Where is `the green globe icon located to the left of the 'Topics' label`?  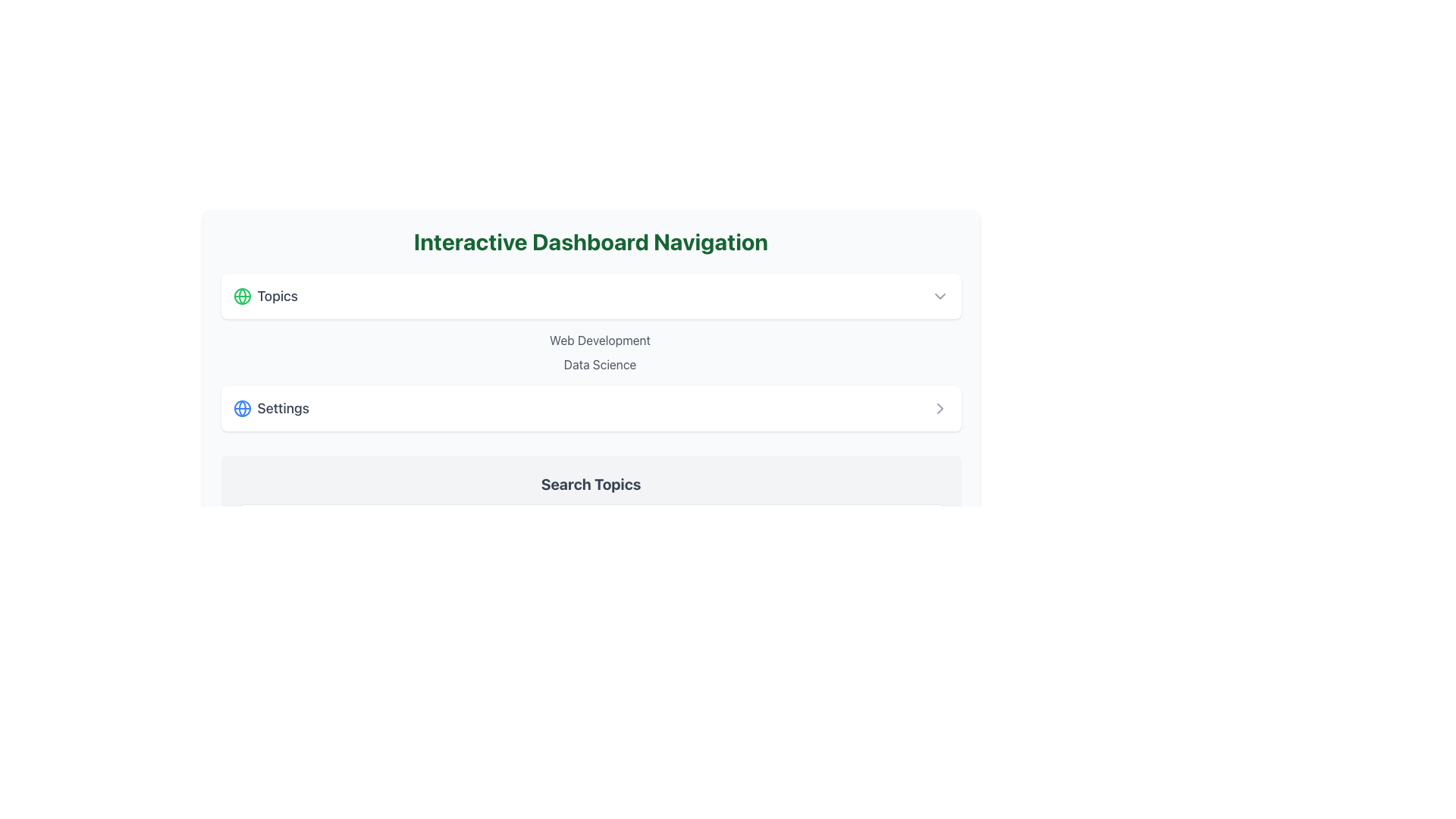 the green globe icon located to the left of the 'Topics' label is located at coordinates (241, 296).